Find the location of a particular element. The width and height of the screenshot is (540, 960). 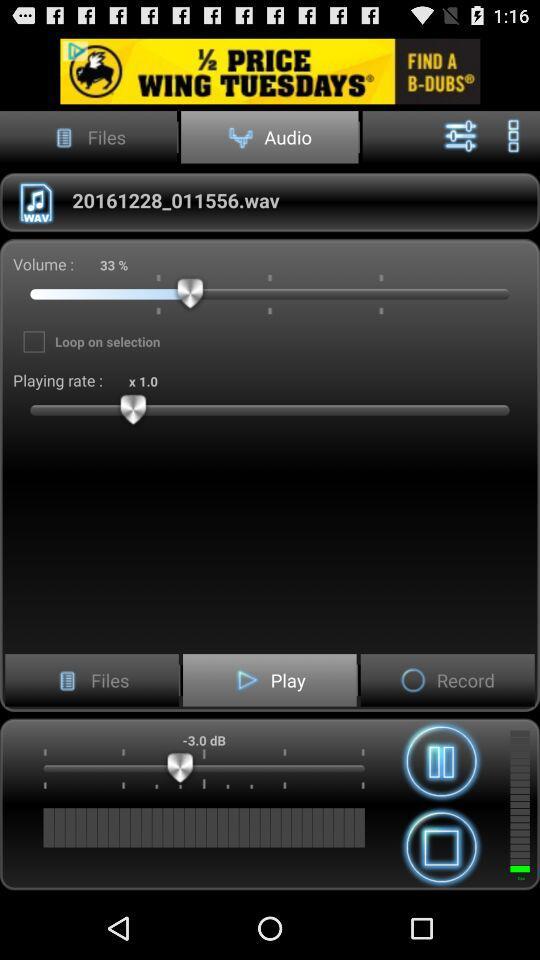

give advertisement information is located at coordinates (270, 71).